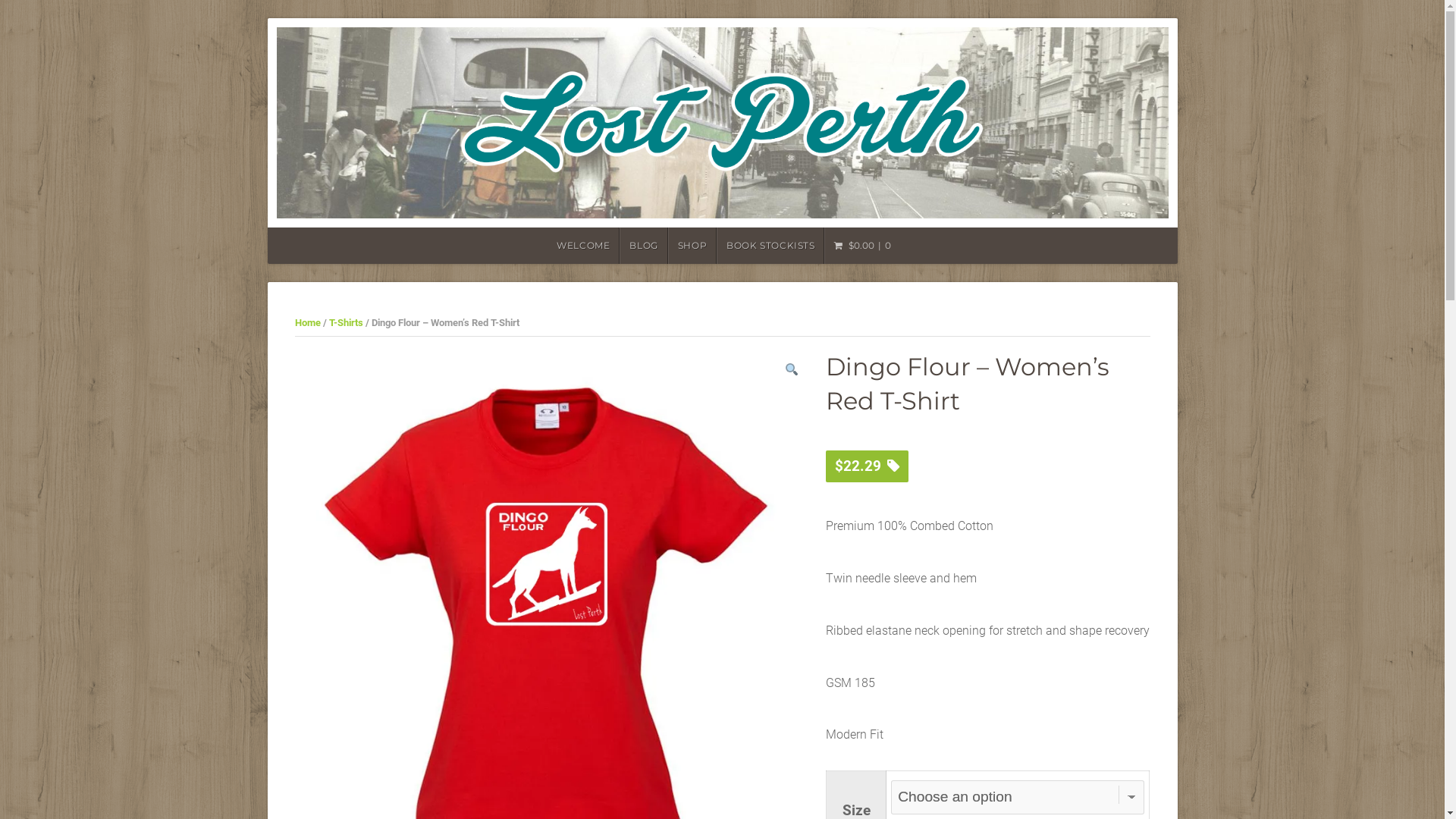 This screenshot has height=819, width=1456. What do you see at coordinates (691, 245) in the screenshot?
I see `'SHOP'` at bounding box center [691, 245].